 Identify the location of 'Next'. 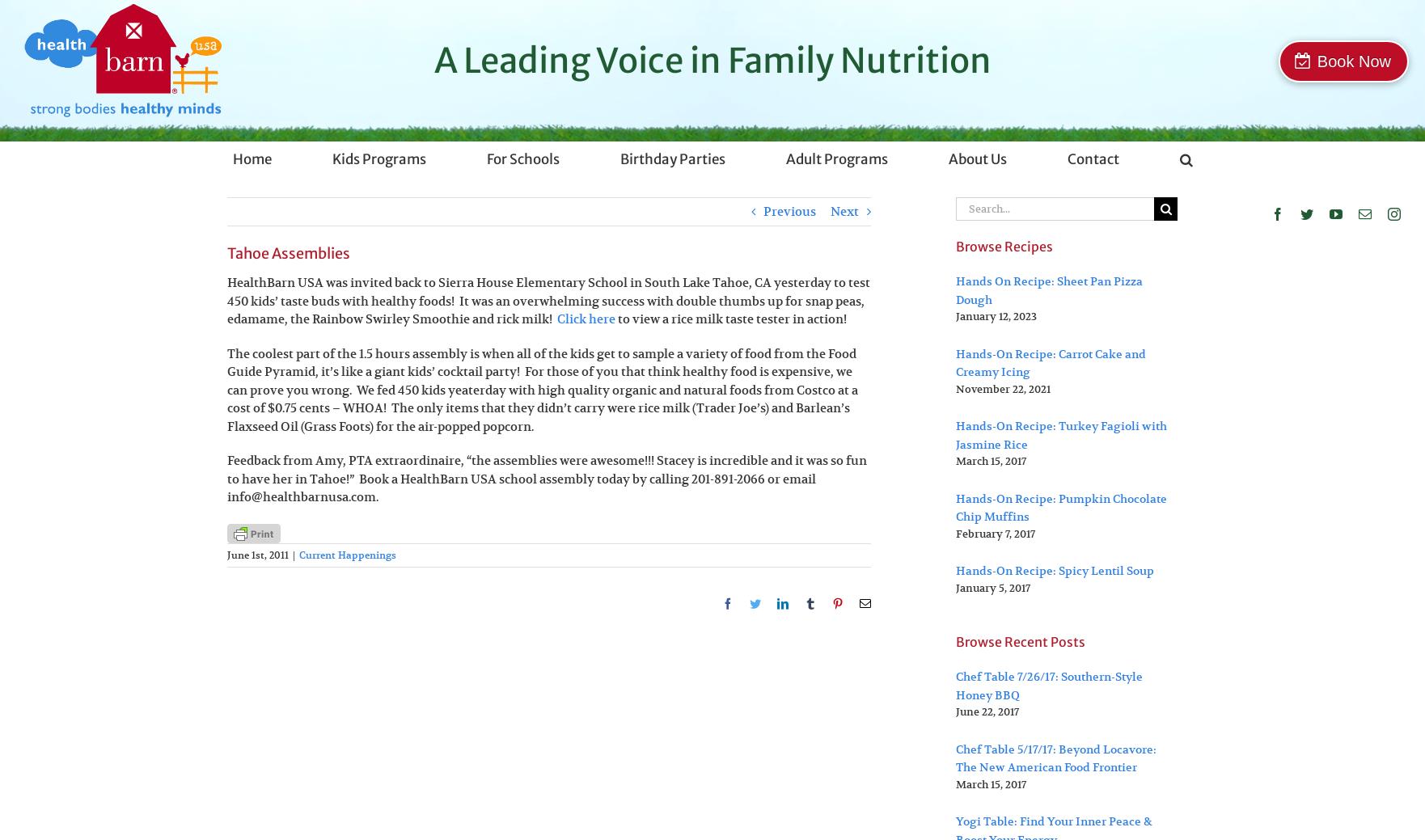
(844, 211).